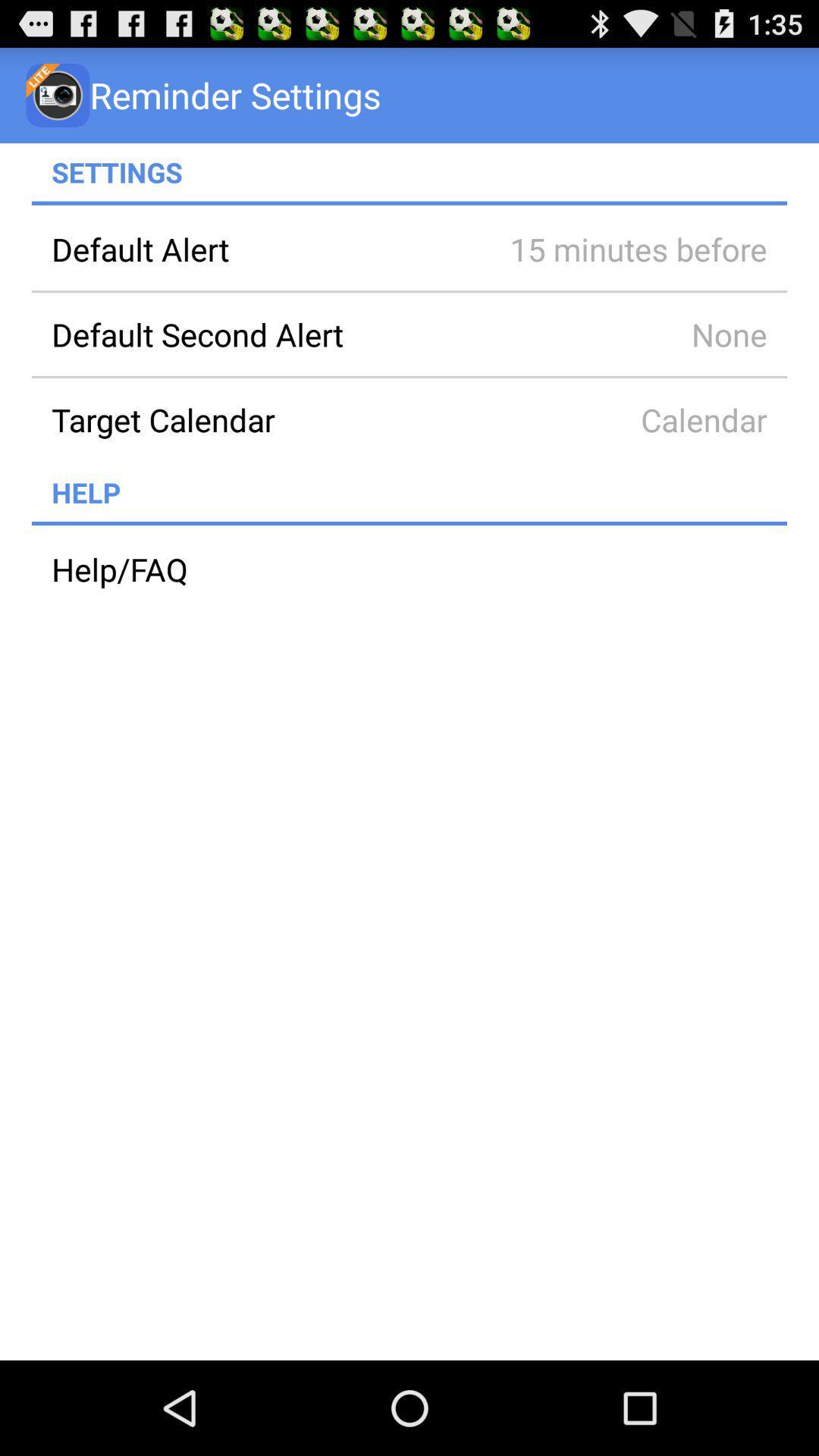  Describe the element at coordinates (259, 419) in the screenshot. I see `app next to calendar icon` at that location.